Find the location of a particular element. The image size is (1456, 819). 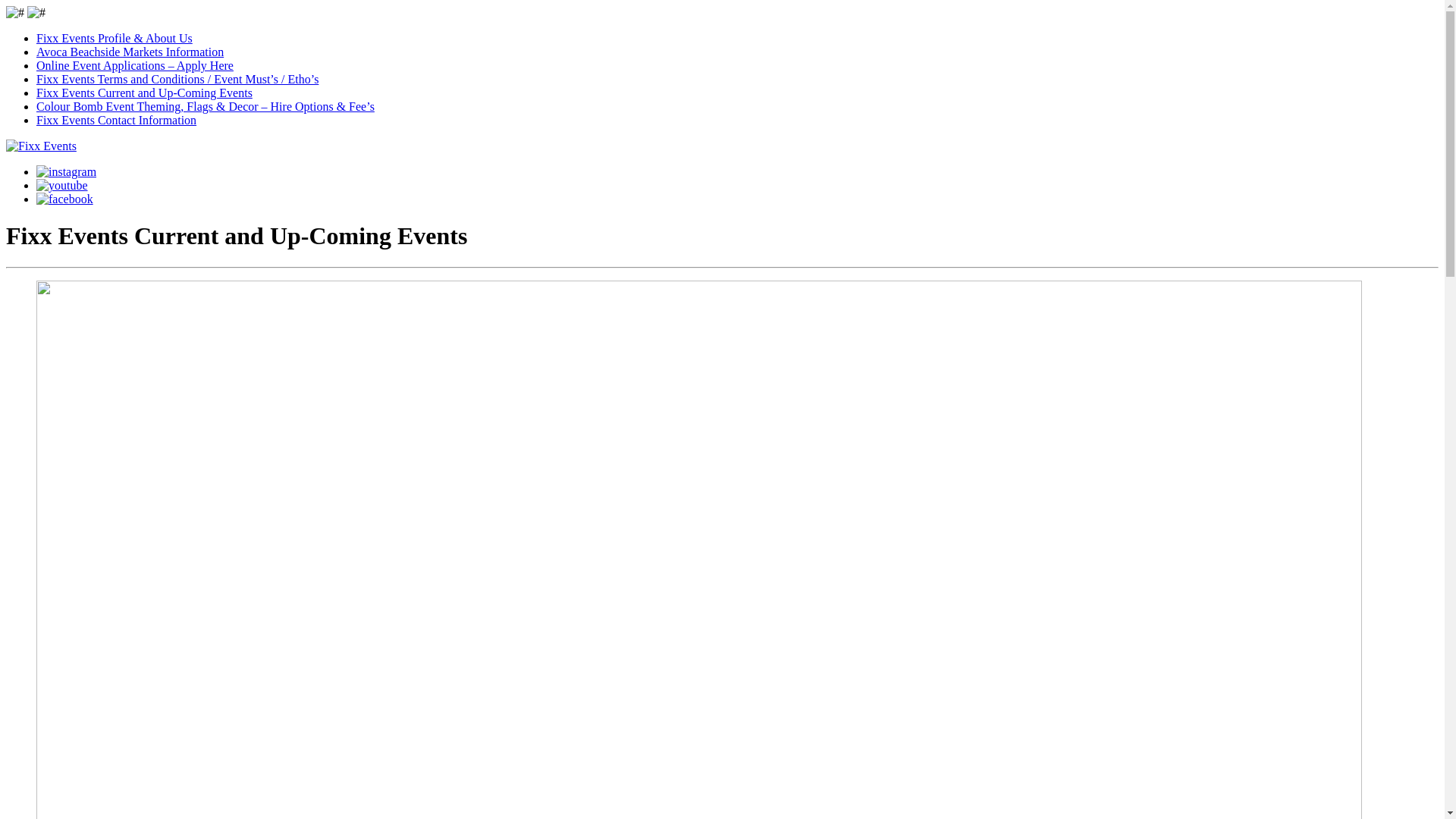

'Avoca Beachside Markets Information' is located at coordinates (130, 51).